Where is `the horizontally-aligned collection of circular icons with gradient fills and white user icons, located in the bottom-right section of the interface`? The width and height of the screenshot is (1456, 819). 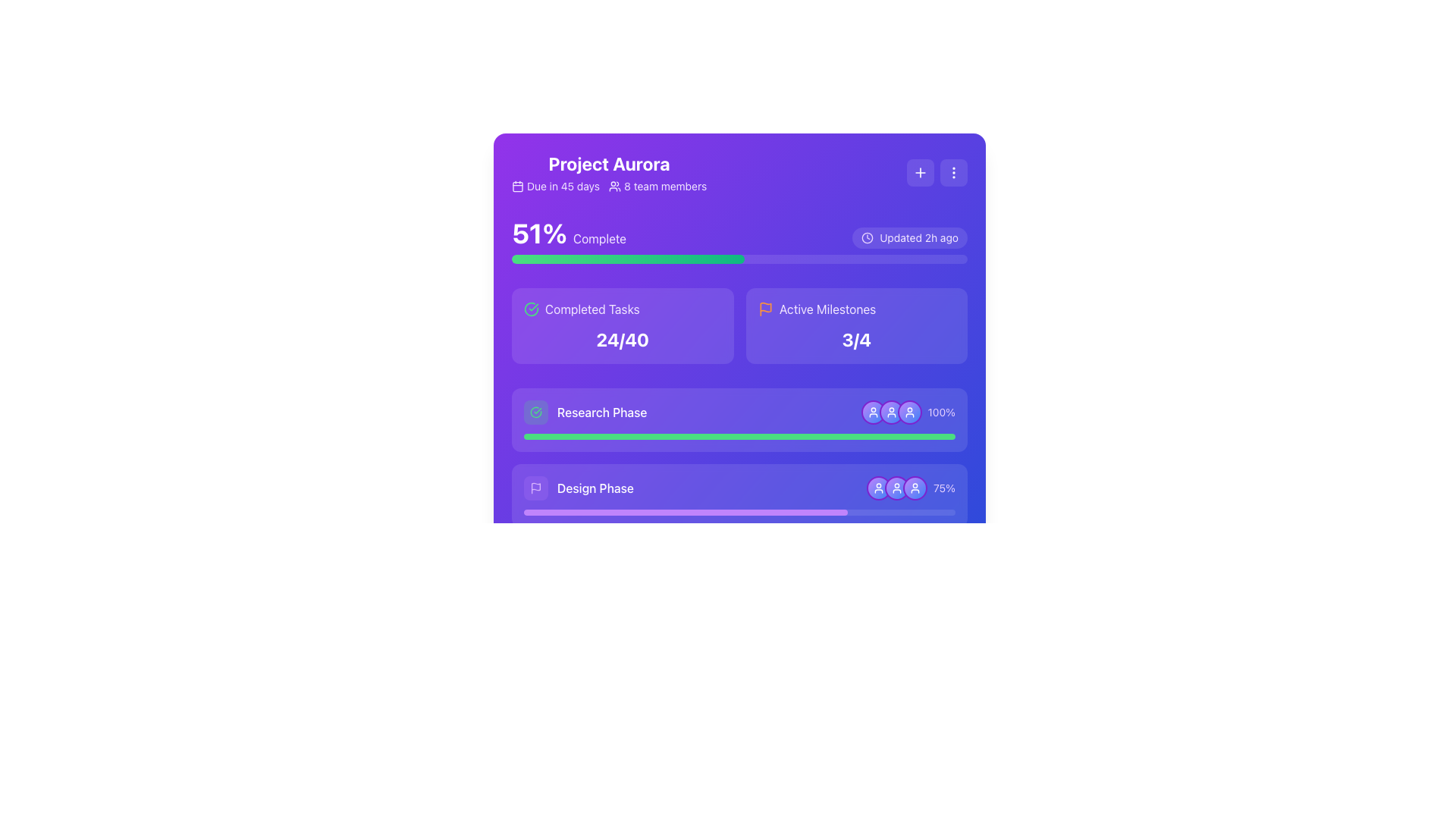
the horizontally-aligned collection of circular icons with gradient fills and white user icons, located in the bottom-right section of the interface is located at coordinates (902, 640).